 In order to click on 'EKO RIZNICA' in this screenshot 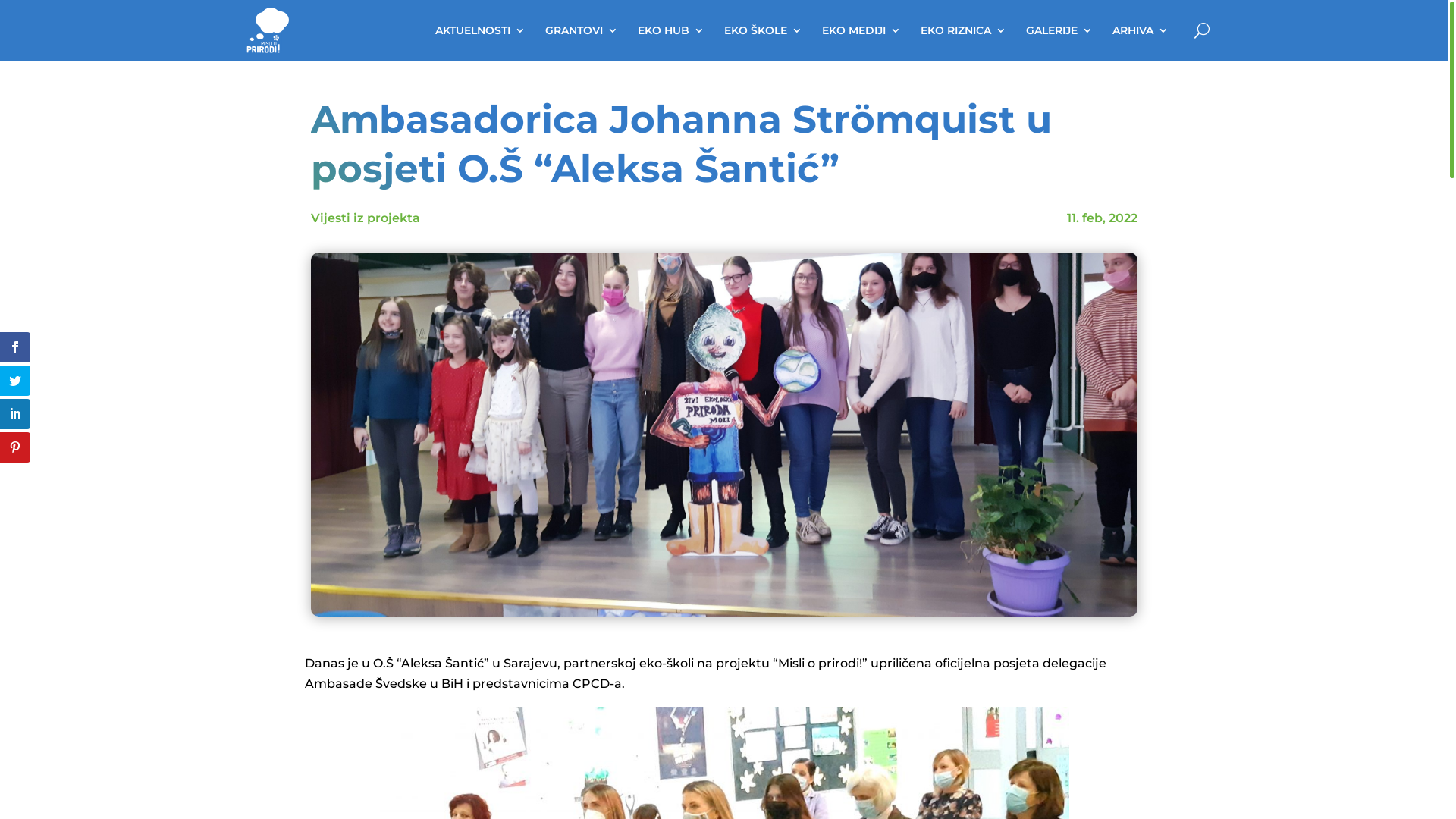, I will do `click(962, 30)`.